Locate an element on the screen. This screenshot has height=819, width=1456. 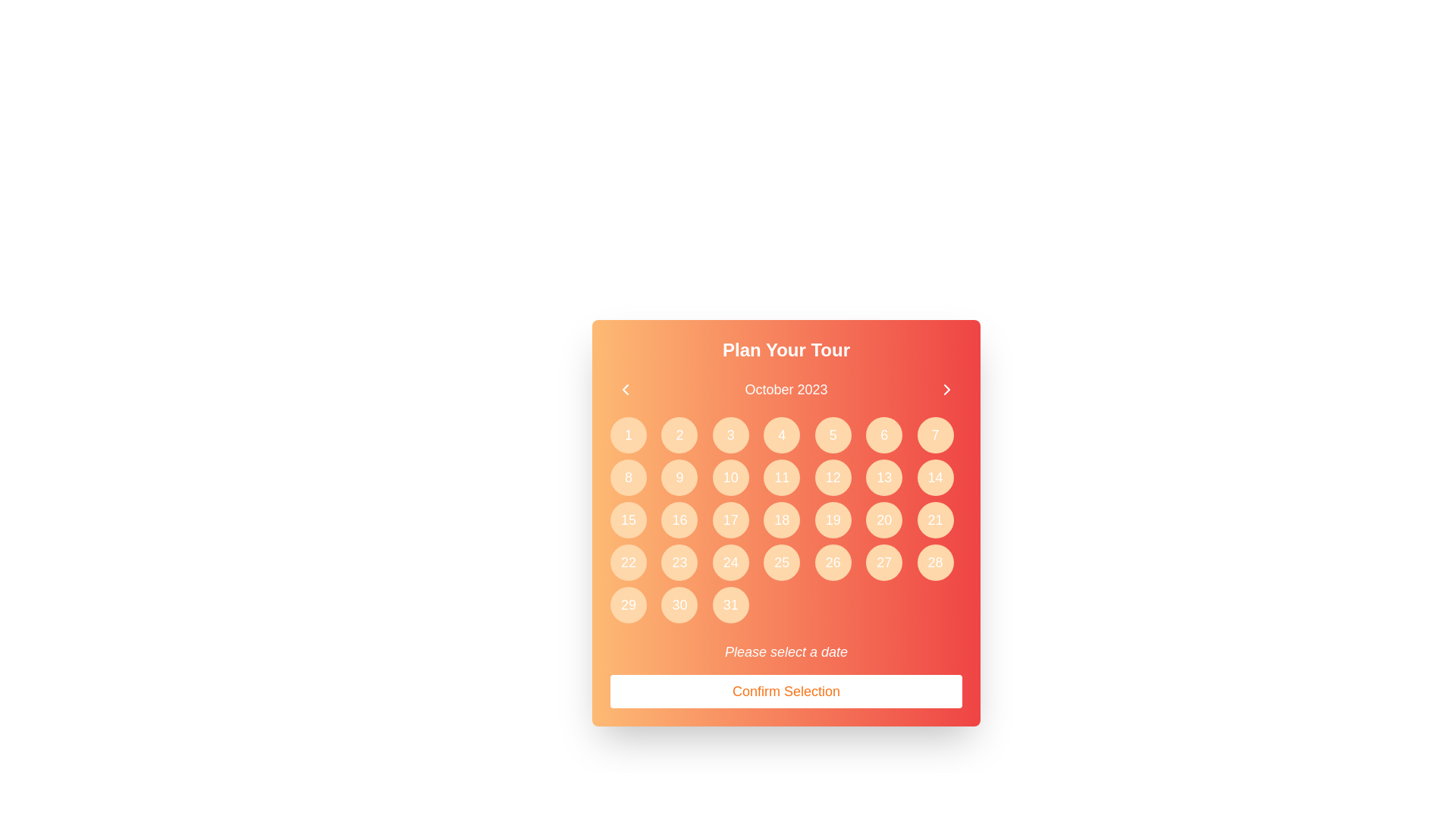
the circular button displaying the number '4' is located at coordinates (782, 435).